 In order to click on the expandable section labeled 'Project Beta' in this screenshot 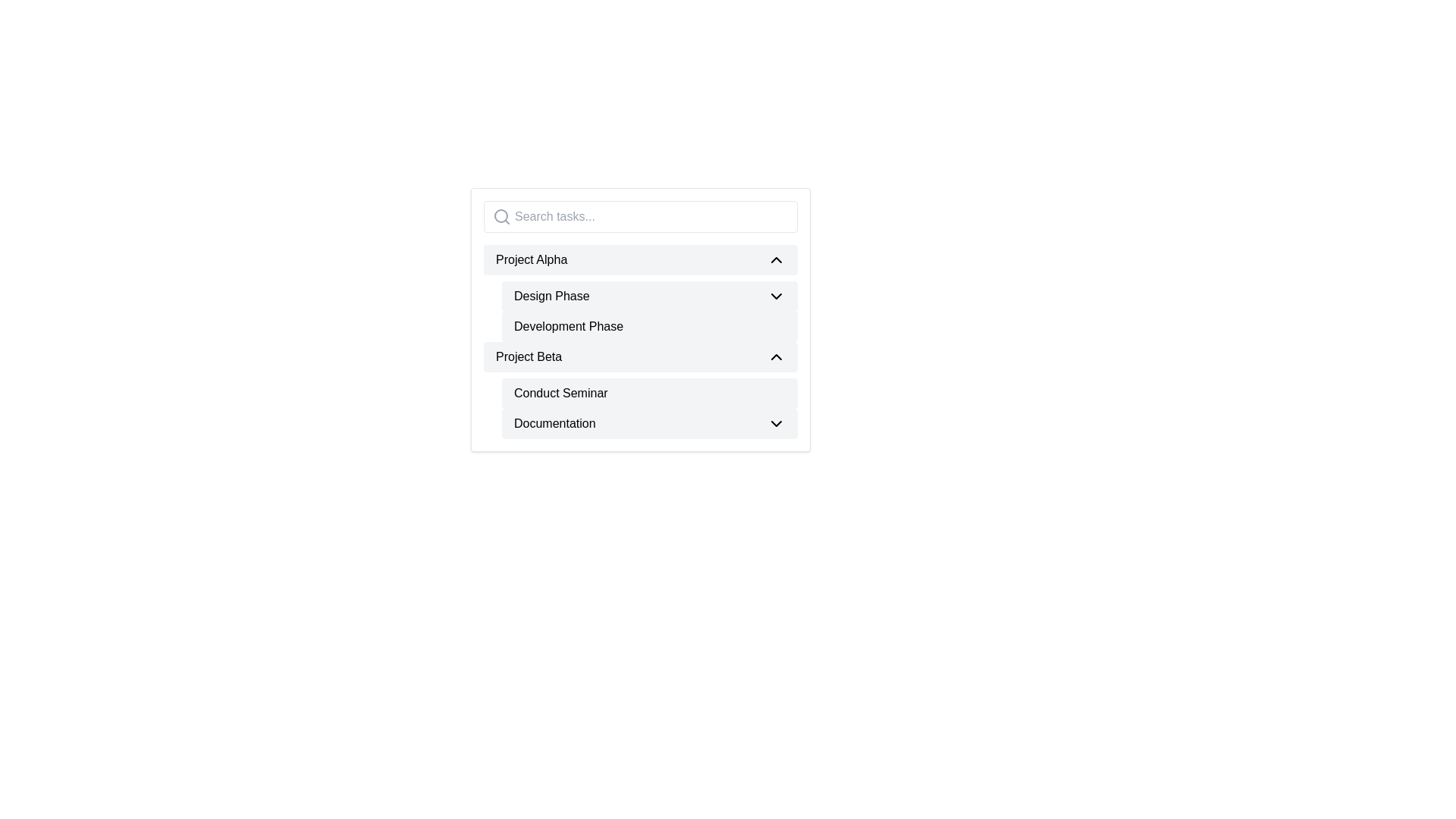, I will do `click(640, 390)`.